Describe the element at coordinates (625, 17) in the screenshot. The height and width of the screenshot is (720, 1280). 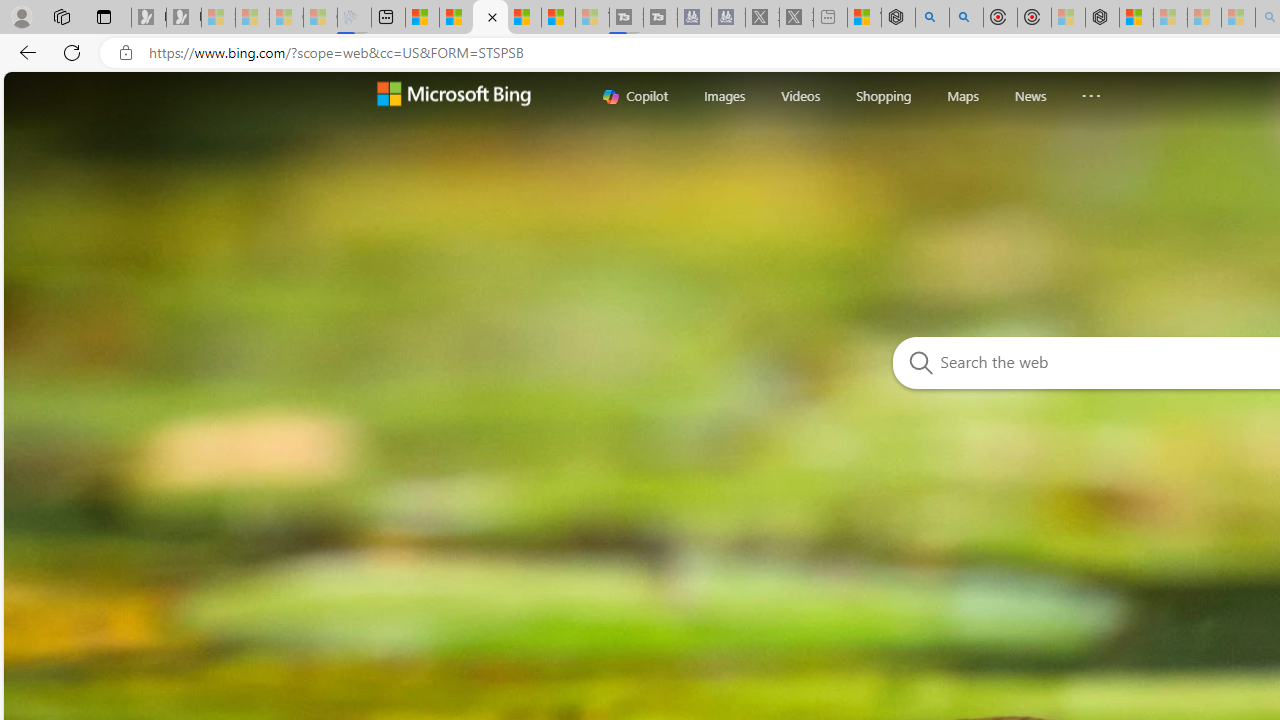
I see `'Streaming Coverage | T3 - Sleeping'` at that location.